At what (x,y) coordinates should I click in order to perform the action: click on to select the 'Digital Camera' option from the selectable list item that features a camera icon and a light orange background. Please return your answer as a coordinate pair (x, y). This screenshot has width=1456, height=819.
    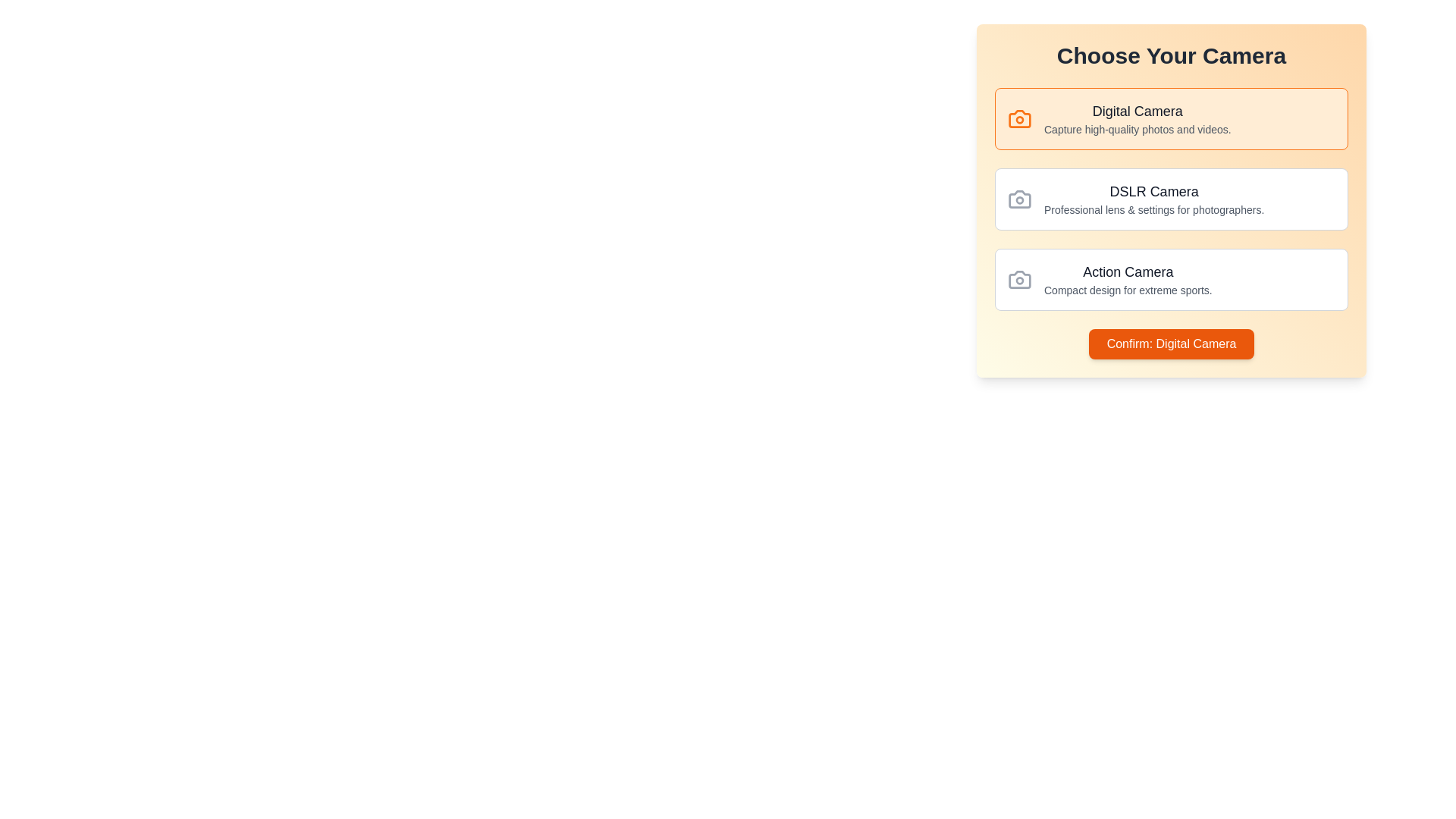
    Looking at the image, I should click on (1171, 118).